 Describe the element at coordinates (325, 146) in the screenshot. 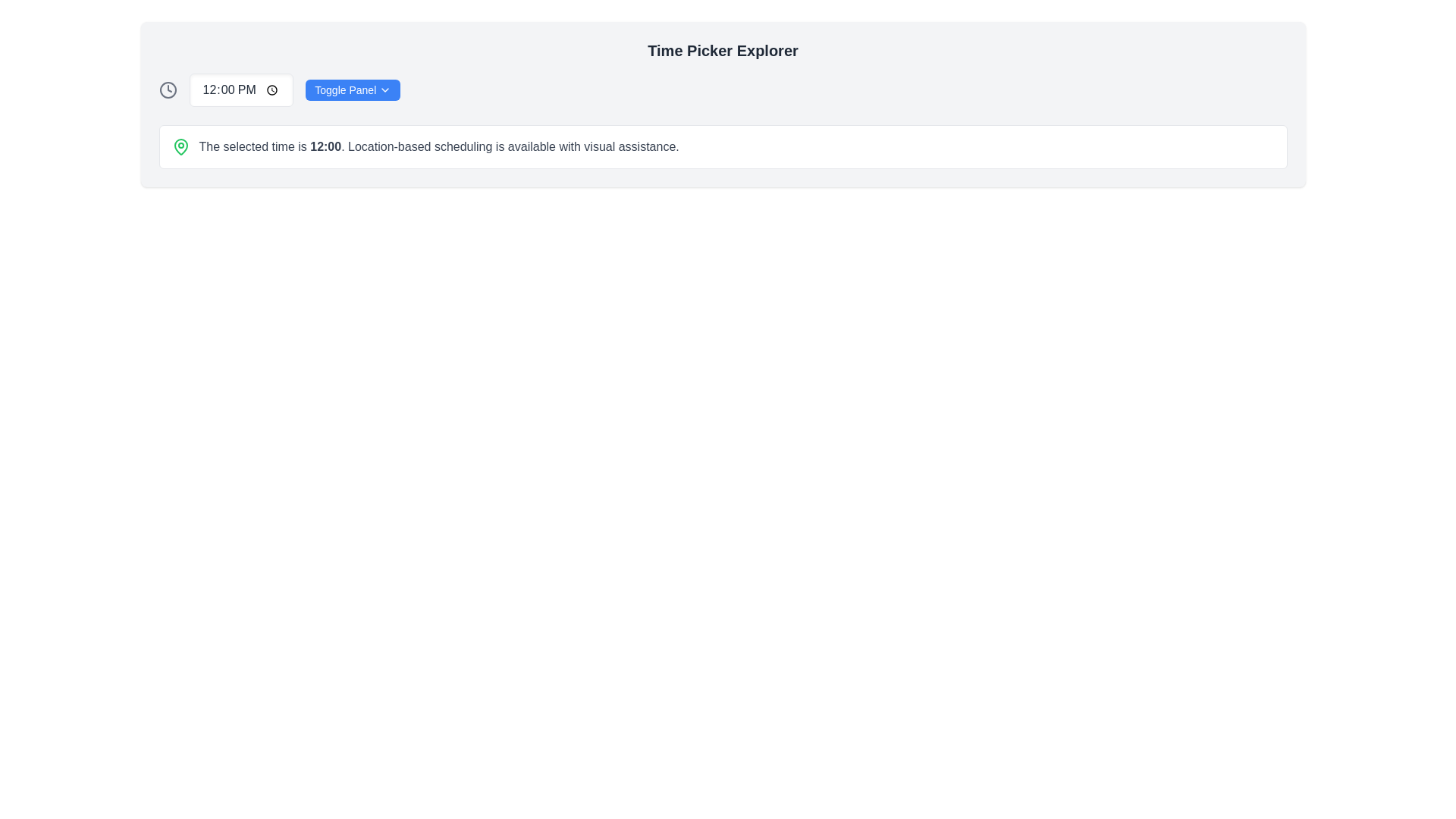

I see `the bold text displaying '12:00', which is centrally positioned within the sentence explaining selected time options` at that location.